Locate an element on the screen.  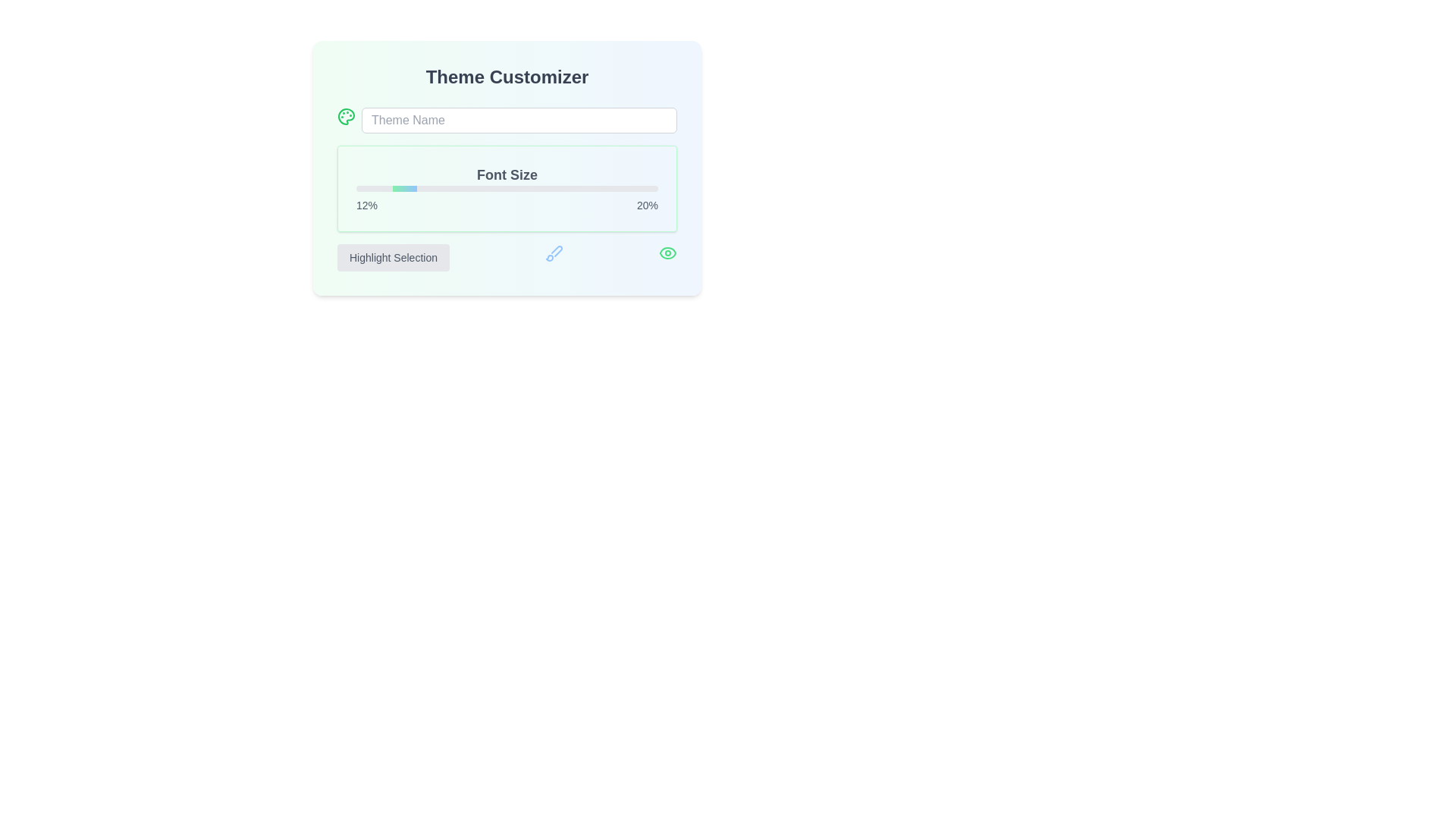
text displayed in the small font size label that shows '12%', which is positioned at the left side below the 'Font Size' label is located at coordinates (367, 205).